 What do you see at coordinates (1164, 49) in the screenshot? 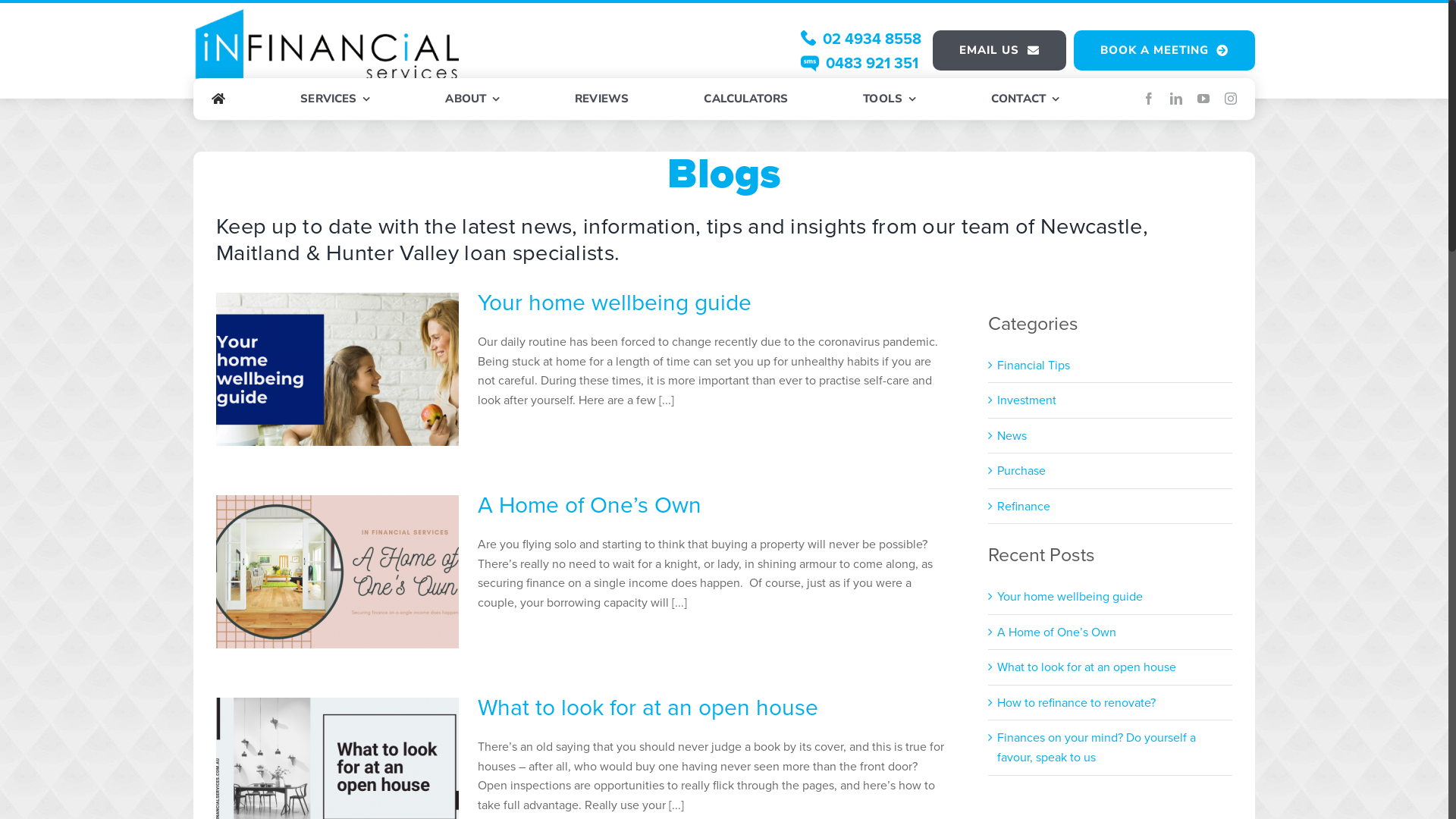
I see `'BOOK A MEETING'` at bounding box center [1164, 49].